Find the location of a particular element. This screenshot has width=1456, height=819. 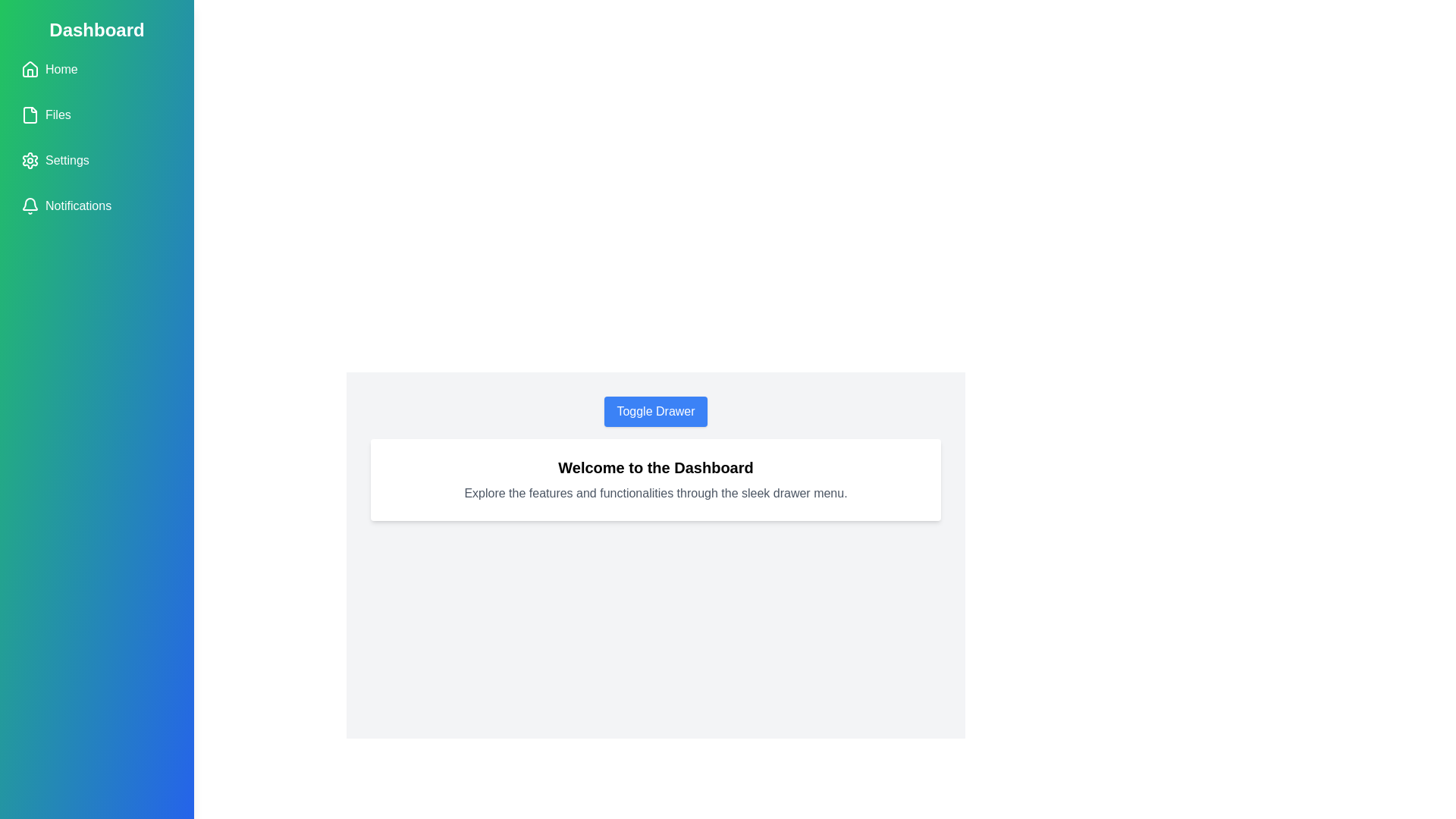

the menu item Home to navigate is located at coordinates (96, 70).